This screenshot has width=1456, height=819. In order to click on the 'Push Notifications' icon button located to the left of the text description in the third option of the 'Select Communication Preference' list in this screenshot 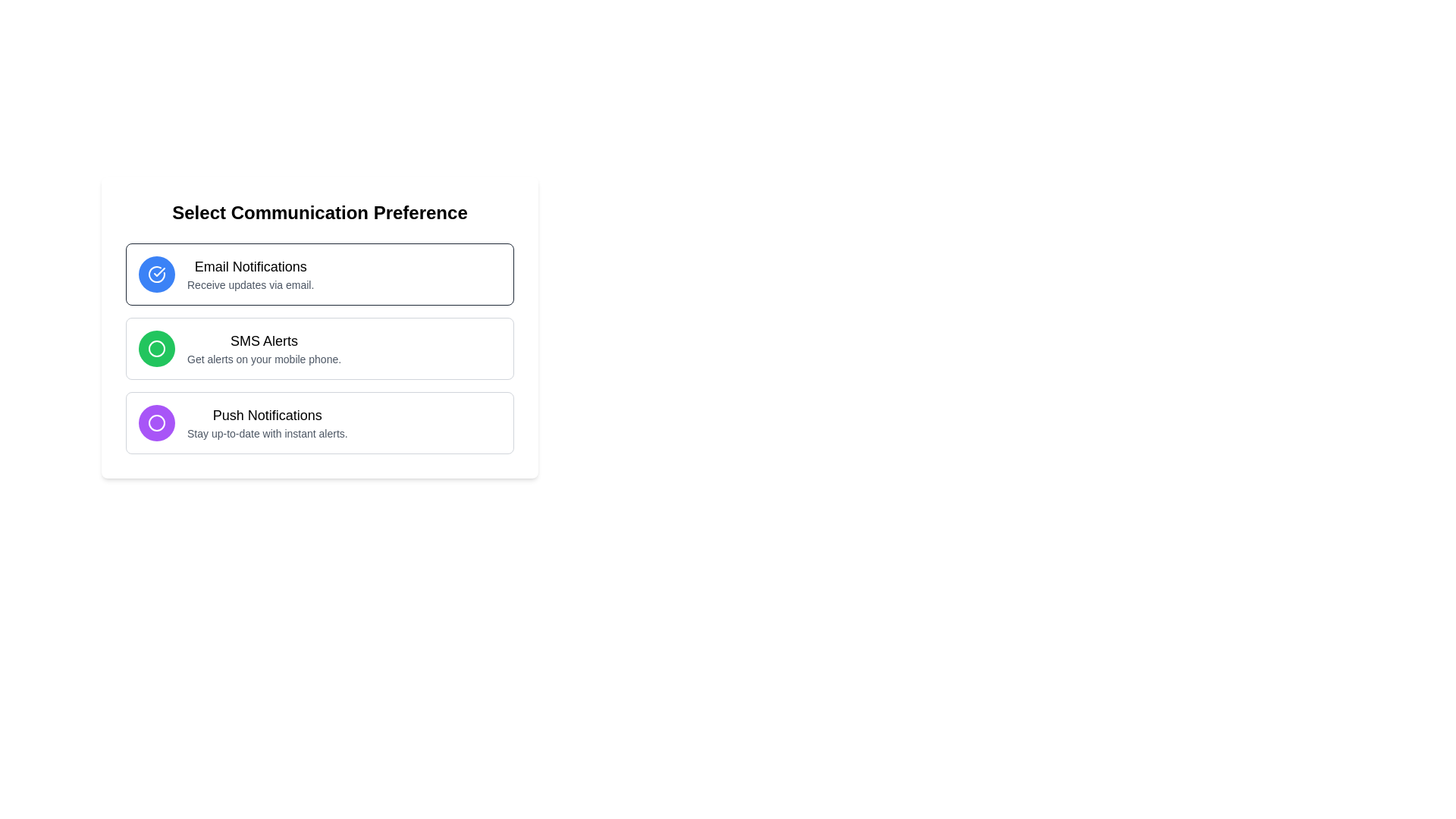, I will do `click(156, 423)`.